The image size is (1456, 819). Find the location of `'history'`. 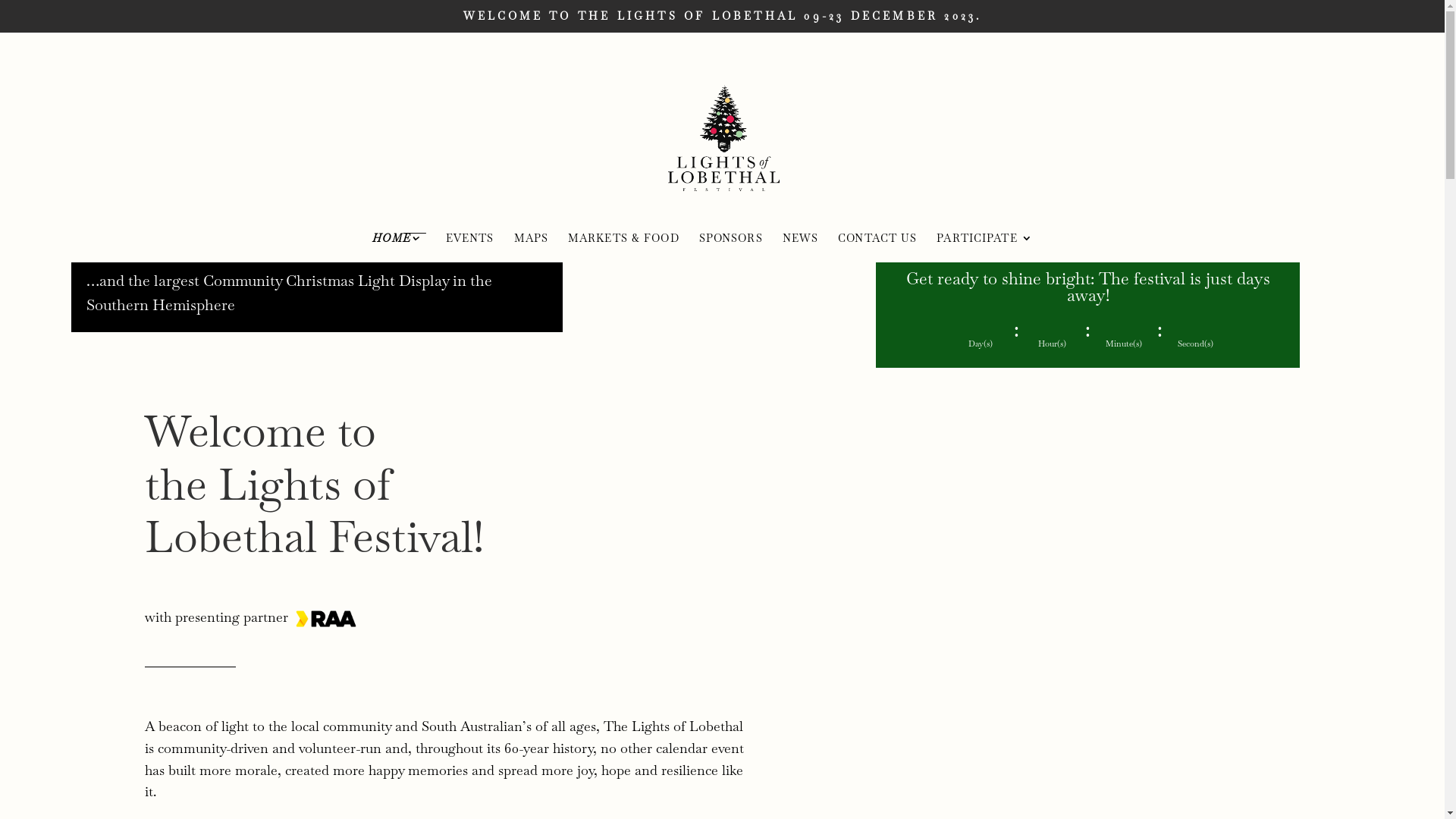

'history' is located at coordinates (551, 747).